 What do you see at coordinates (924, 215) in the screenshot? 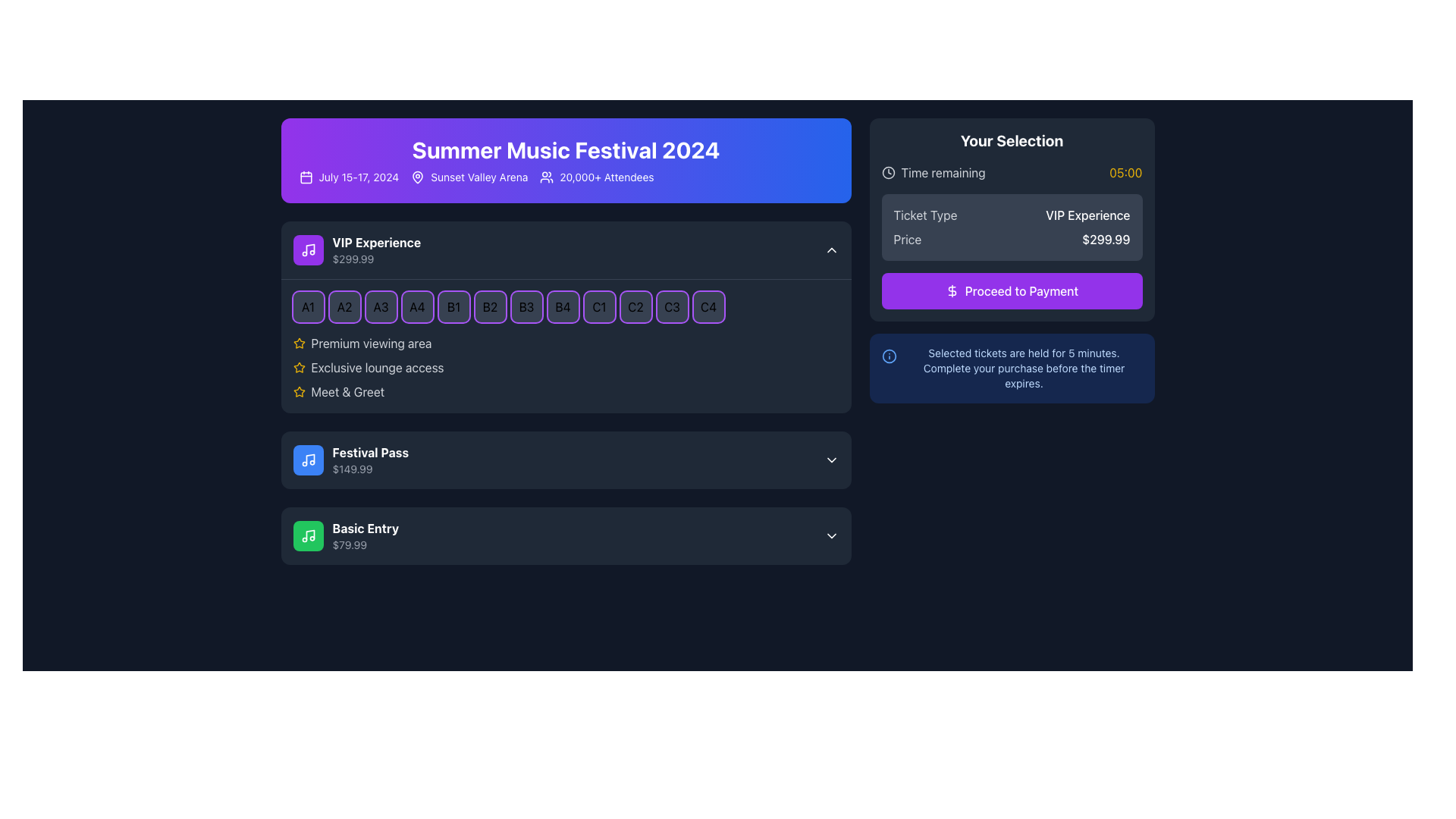
I see `the 'Ticket Type' text label, which is displayed in gray on a dark background, located at the top-left corner of the 'Your Selection' panel` at bounding box center [924, 215].